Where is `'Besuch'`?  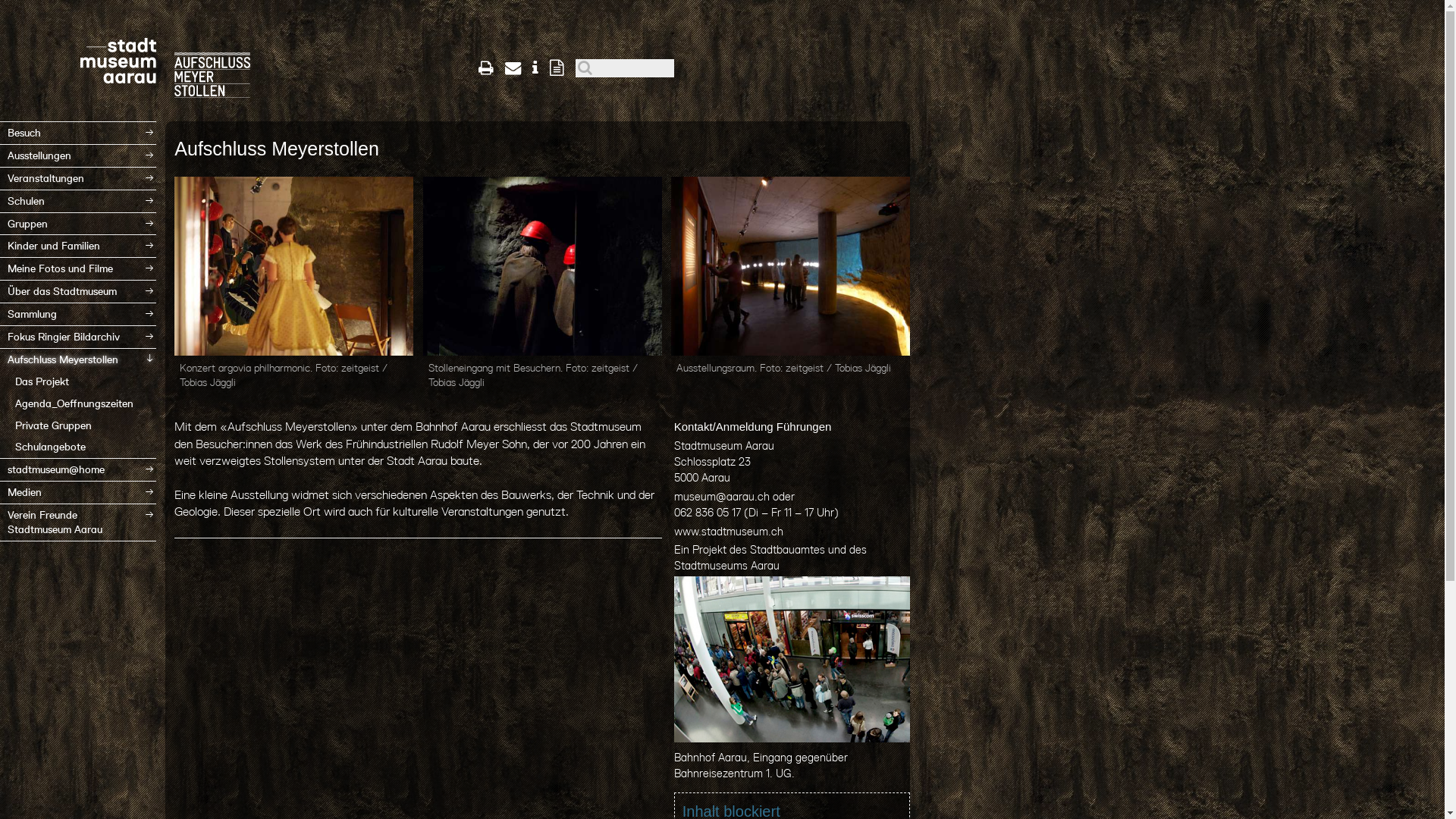 'Besuch' is located at coordinates (77, 132).